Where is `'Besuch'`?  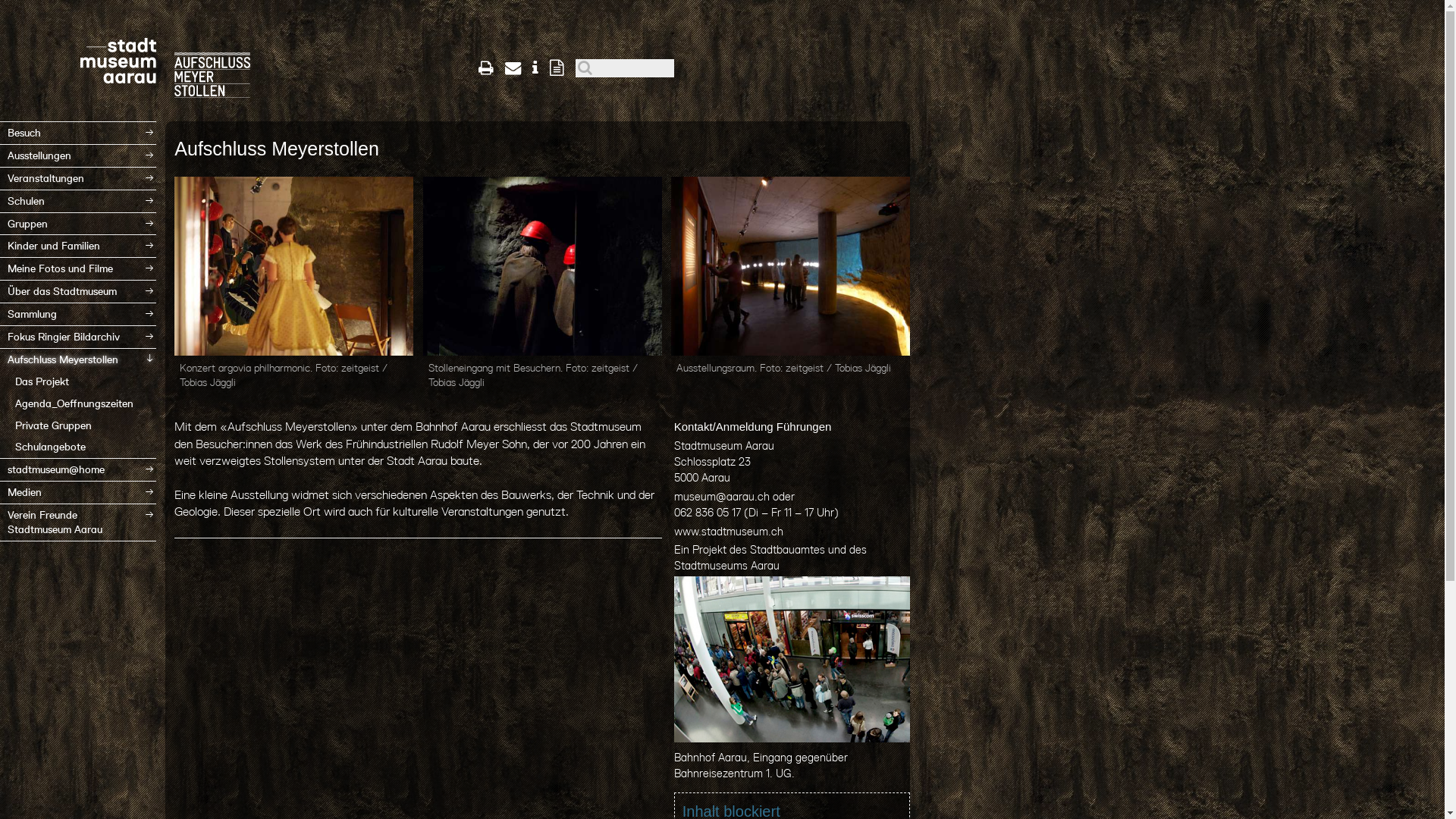 'Besuch' is located at coordinates (77, 132).